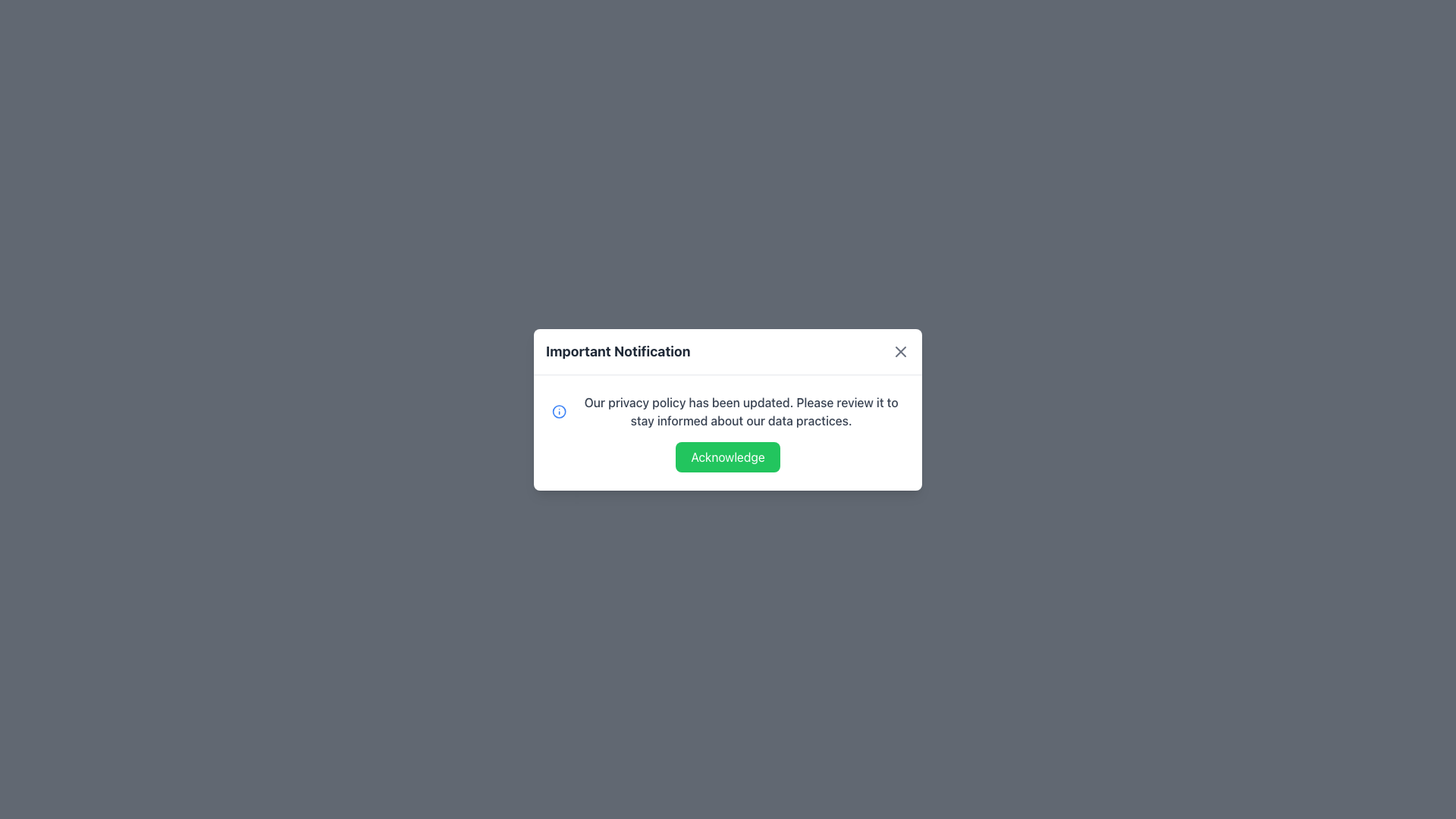  What do you see at coordinates (741, 411) in the screenshot?
I see `privacy policy update message displayed in gray font within the modal dialog under 'Important Notification'` at bounding box center [741, 411].